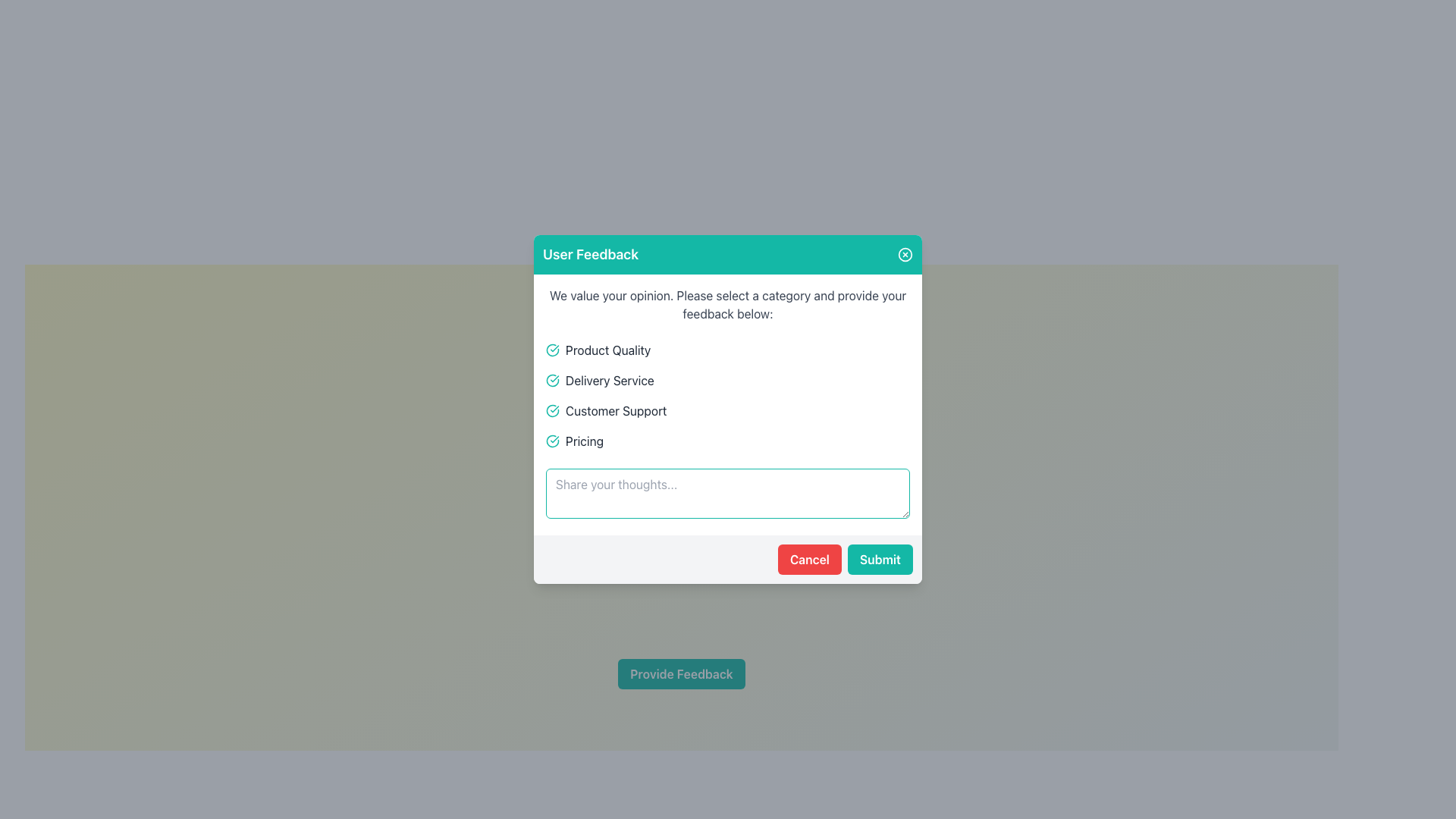  Describe the element at coordinates (616, 411) in the screenshot. I see `the 'Customer Support' text label in the feedback form` at that location.